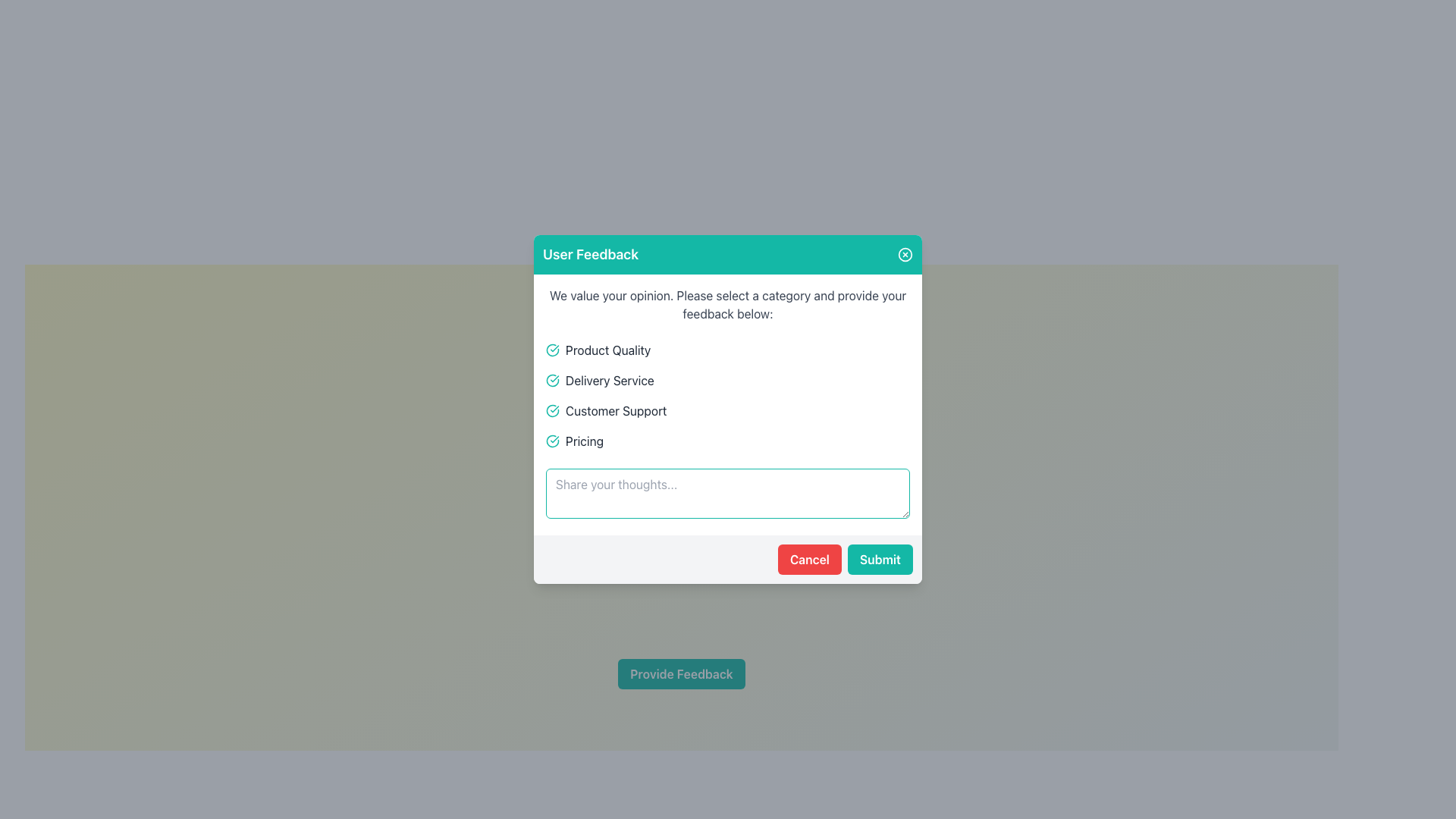  Describe the element at coordinates (616, 411) in the screenshot. I see `the 'Customer Support' text label in the feedback form` at that location.